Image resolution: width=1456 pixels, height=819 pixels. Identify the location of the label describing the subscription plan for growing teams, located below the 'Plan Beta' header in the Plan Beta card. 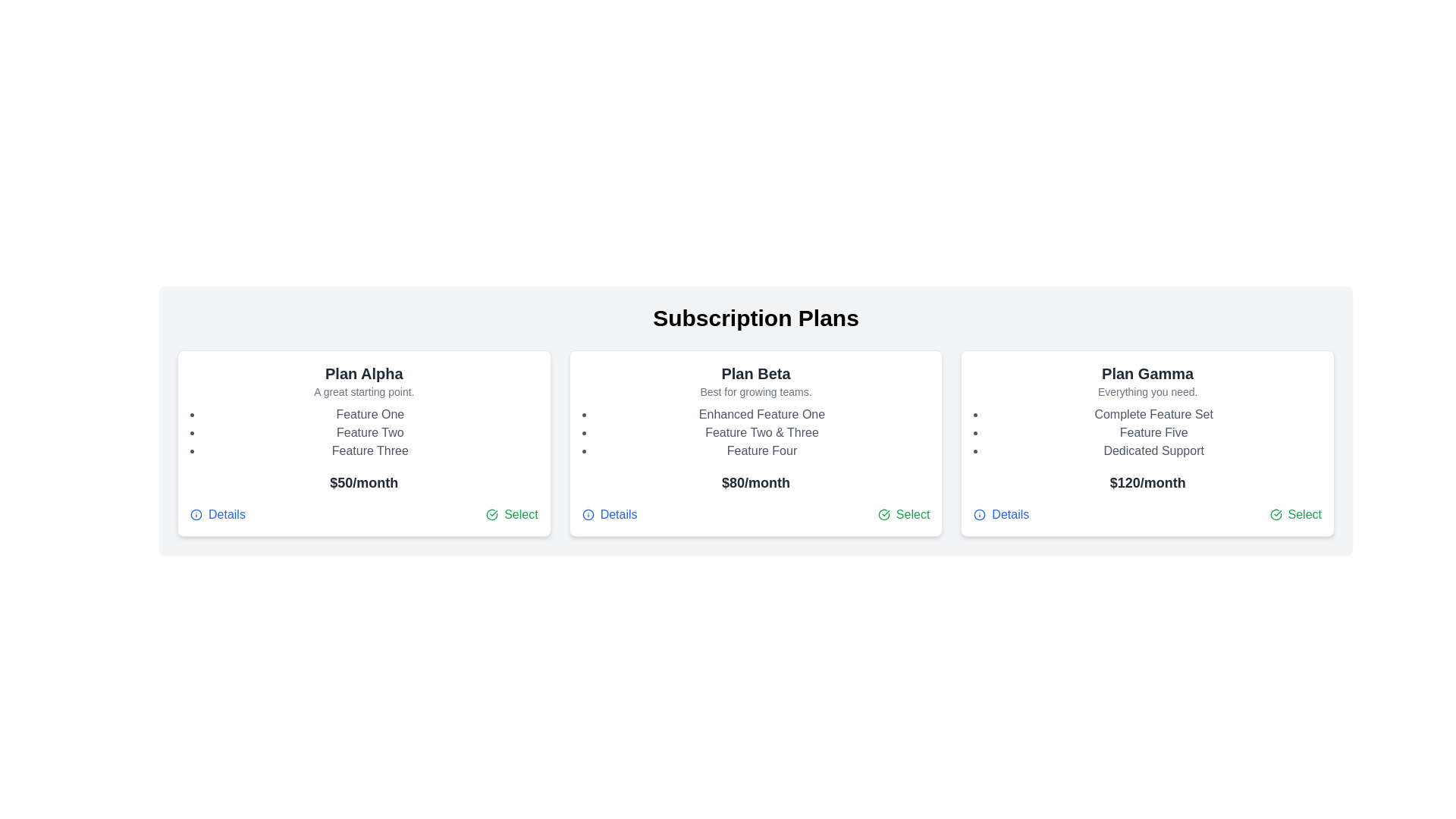
(756, 391).